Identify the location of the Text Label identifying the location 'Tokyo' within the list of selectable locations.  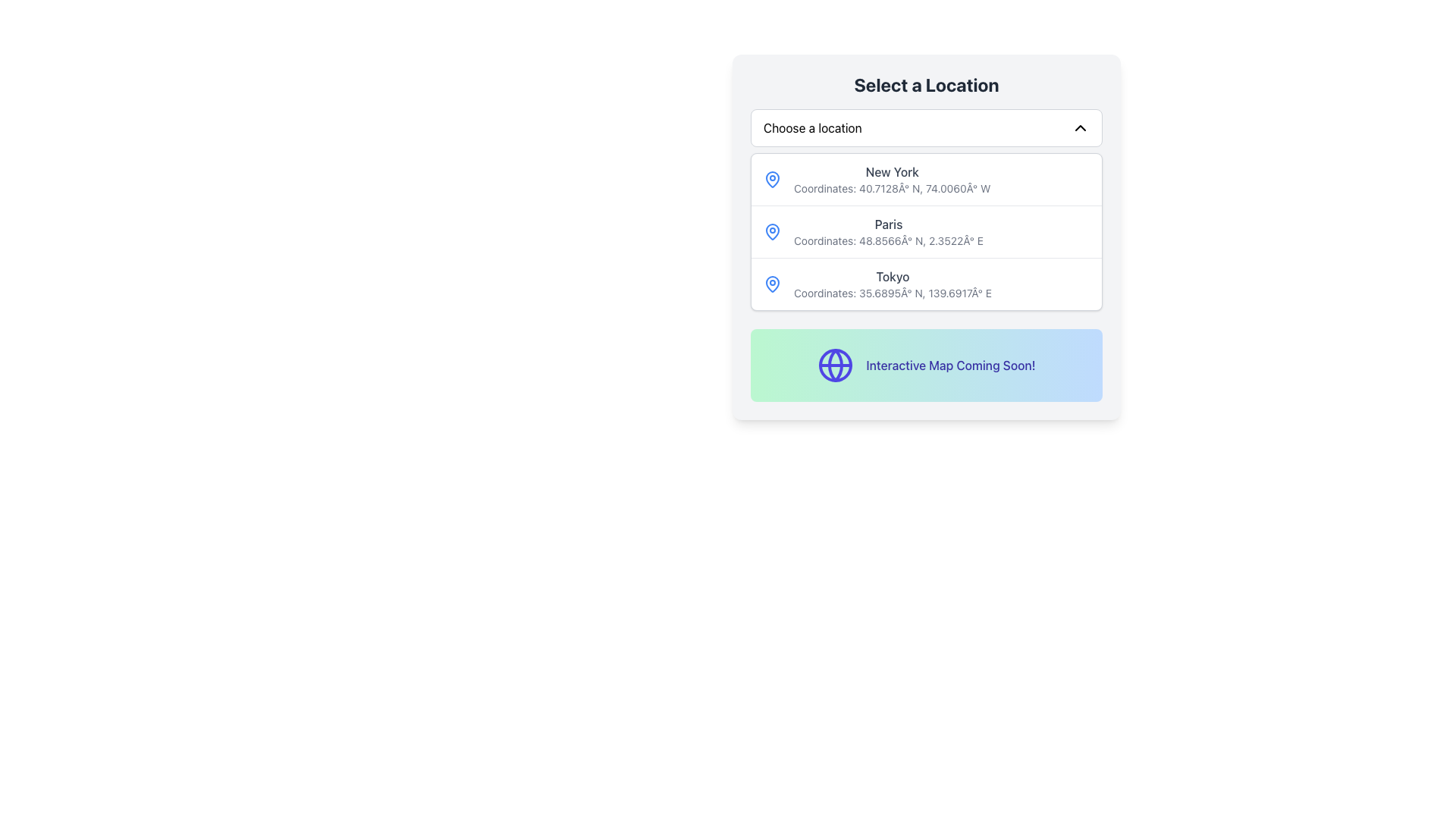
(893, 277).